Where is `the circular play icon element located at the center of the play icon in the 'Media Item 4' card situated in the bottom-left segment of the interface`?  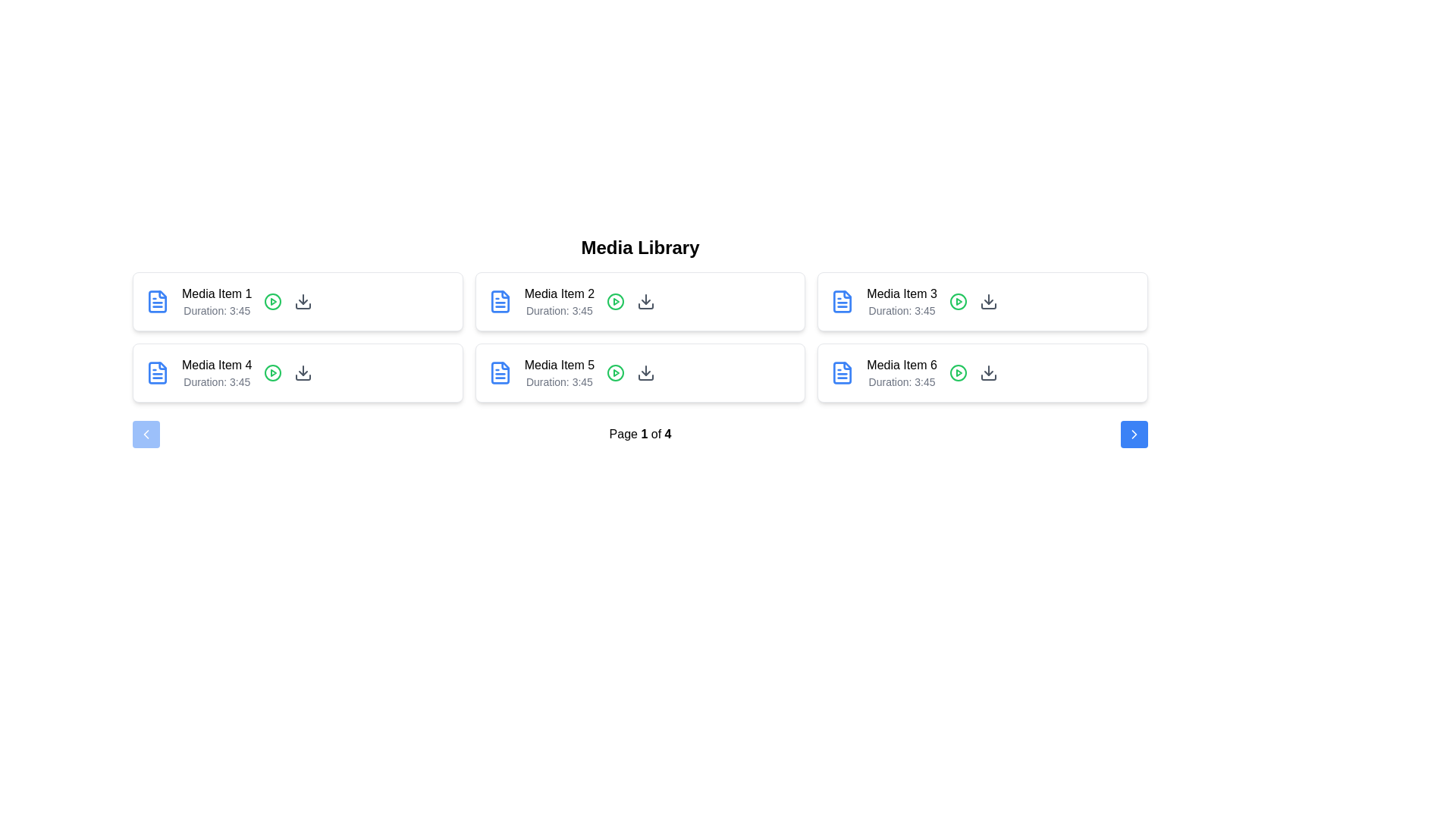 the circular play icon element located at the center of the play icon in the 'Media Item 4' card situated in the bottom-left segment of the interface is located at coordinates (273, 373).